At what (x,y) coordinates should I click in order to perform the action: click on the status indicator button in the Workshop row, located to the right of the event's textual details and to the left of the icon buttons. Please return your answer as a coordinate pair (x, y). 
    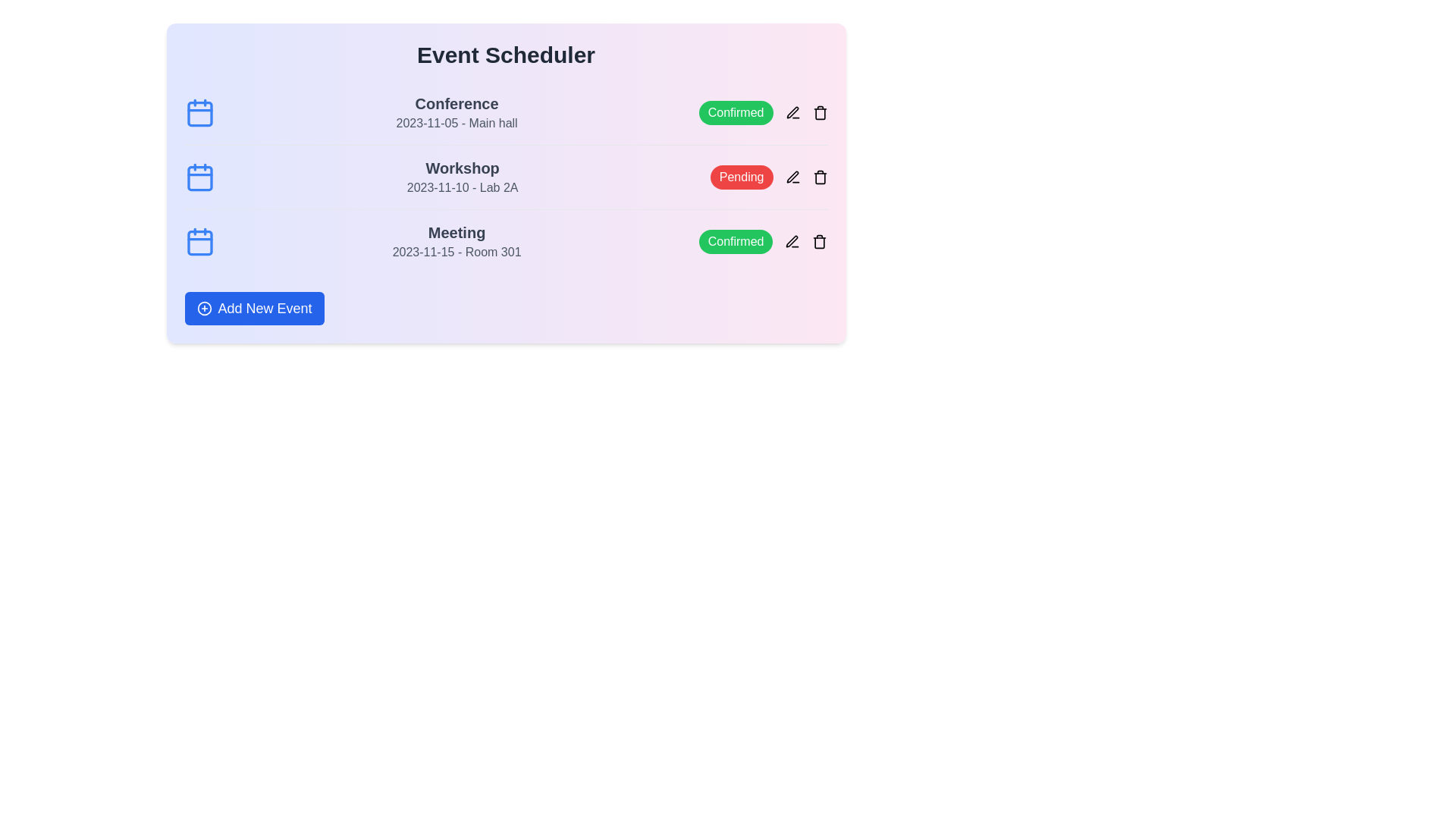
    Looking at the image, I should click on (742, 177).